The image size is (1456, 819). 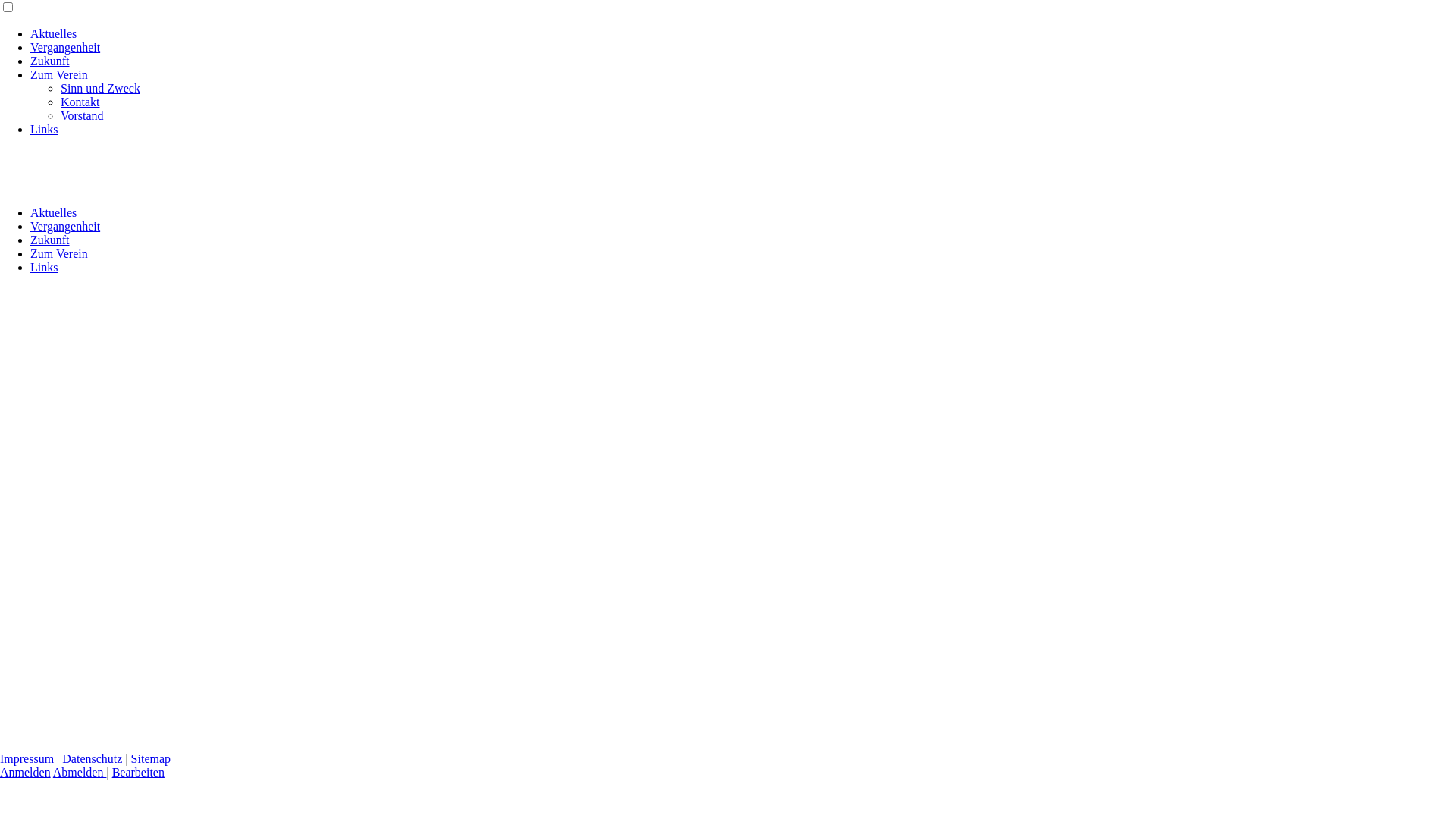 I want to click on 'Sinn und Zweck', so click(x=99, y=88).